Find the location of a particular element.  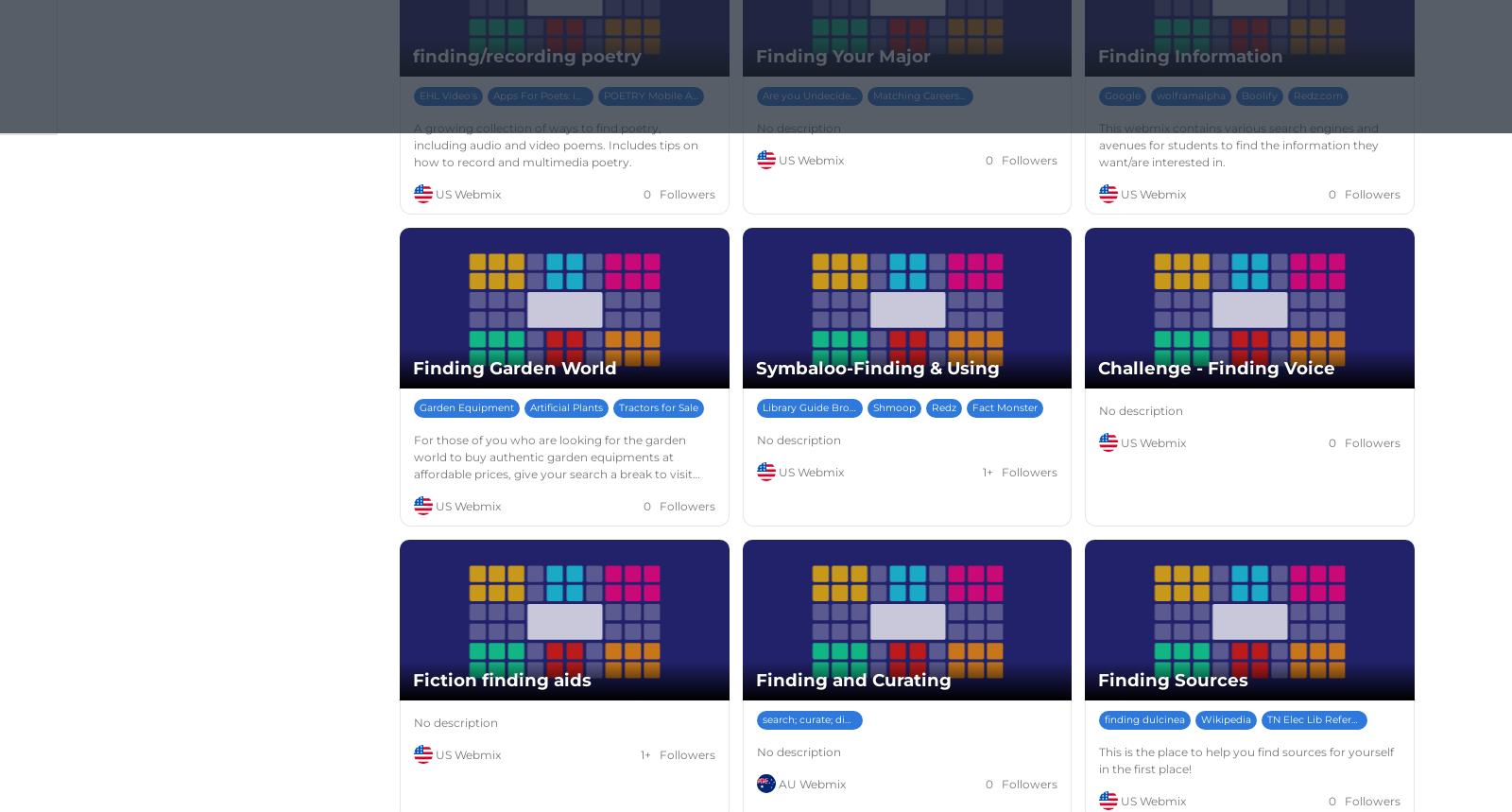

'CTE &amp; College Majors' is located at coordinates (825, 142).